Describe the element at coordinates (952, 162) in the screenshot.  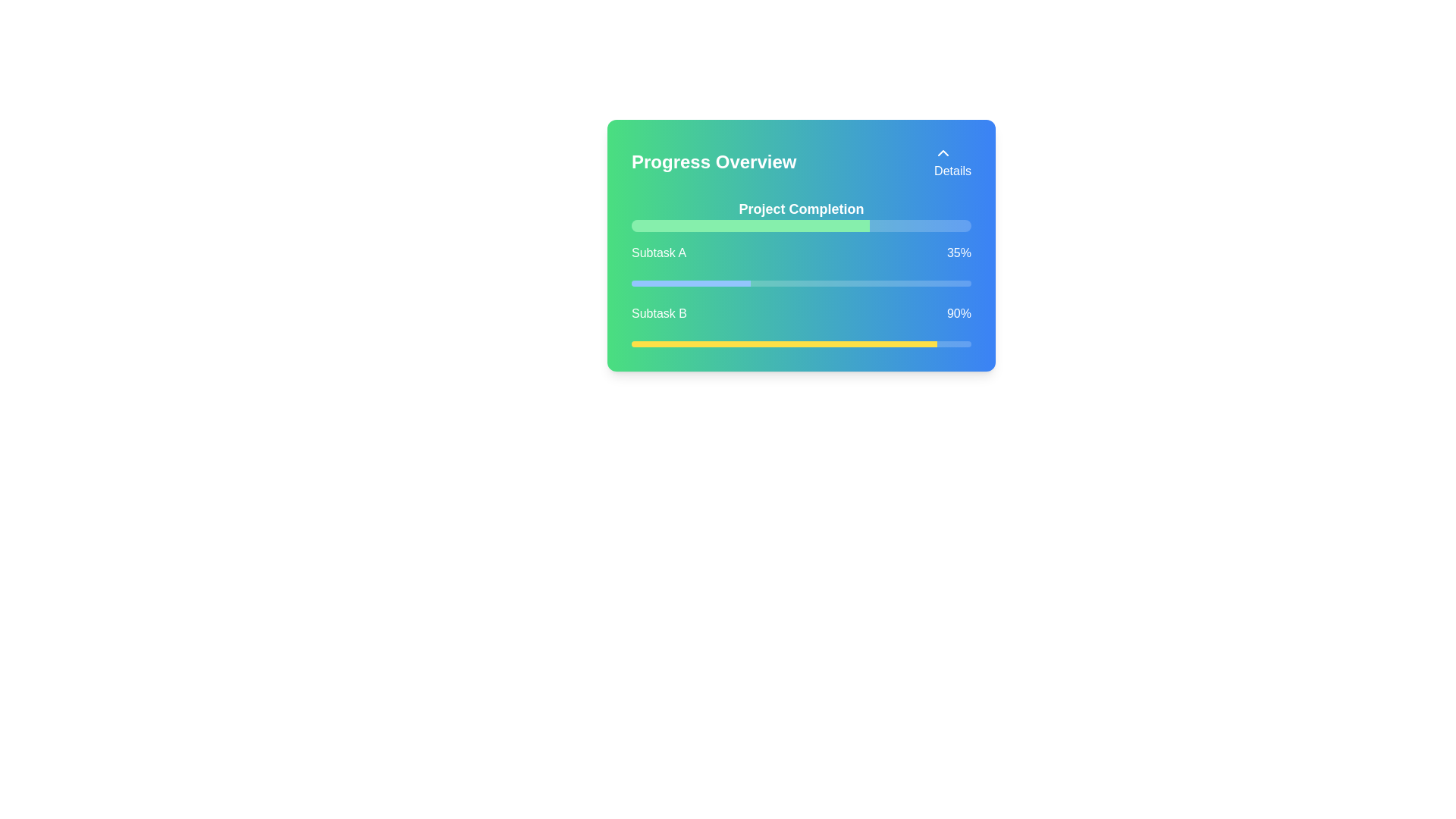
I see `the 'Details' button located` at that location.